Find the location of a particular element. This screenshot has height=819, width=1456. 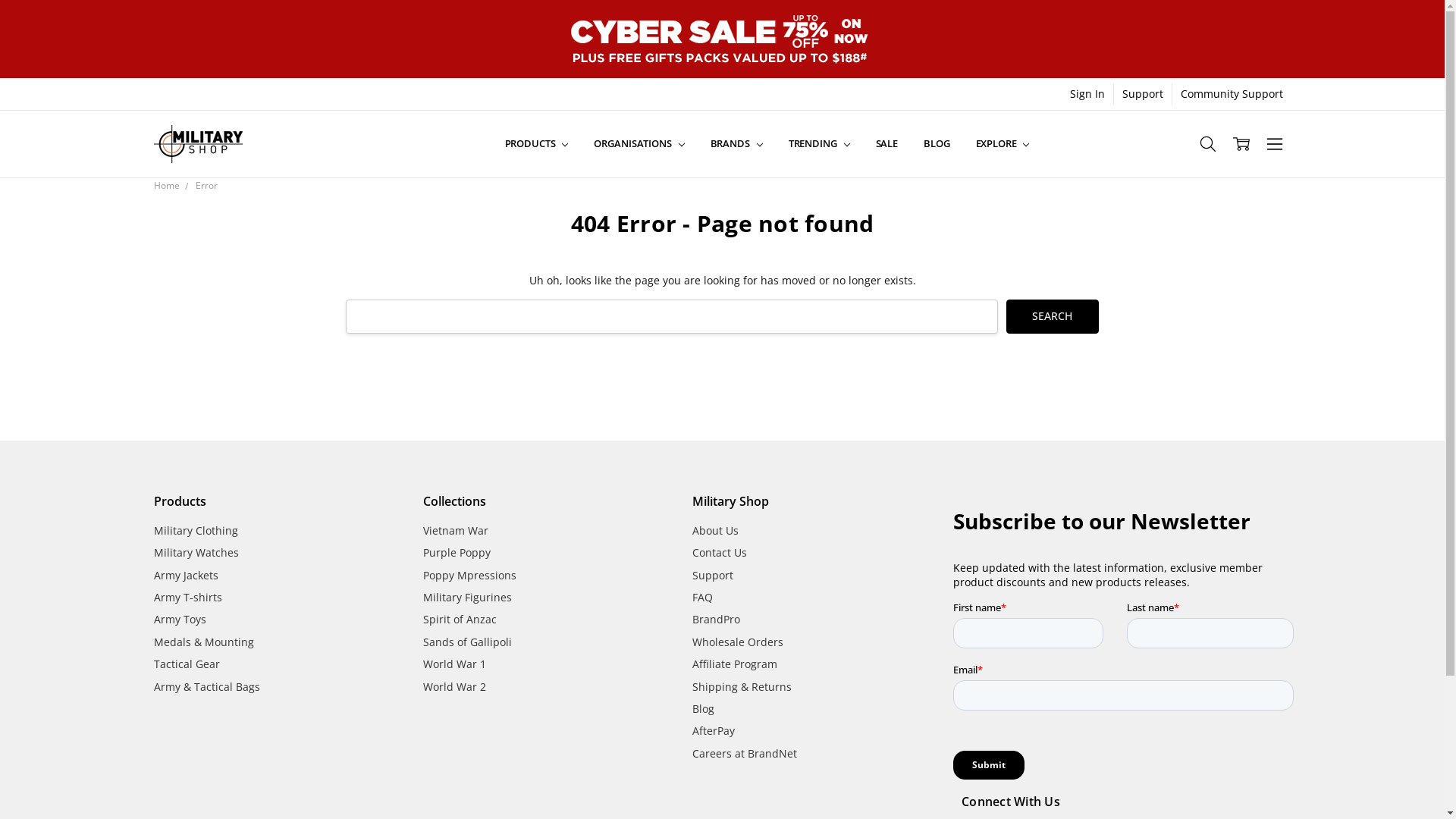

'ORGANISATIONS' is located at coordinates (580, 143).